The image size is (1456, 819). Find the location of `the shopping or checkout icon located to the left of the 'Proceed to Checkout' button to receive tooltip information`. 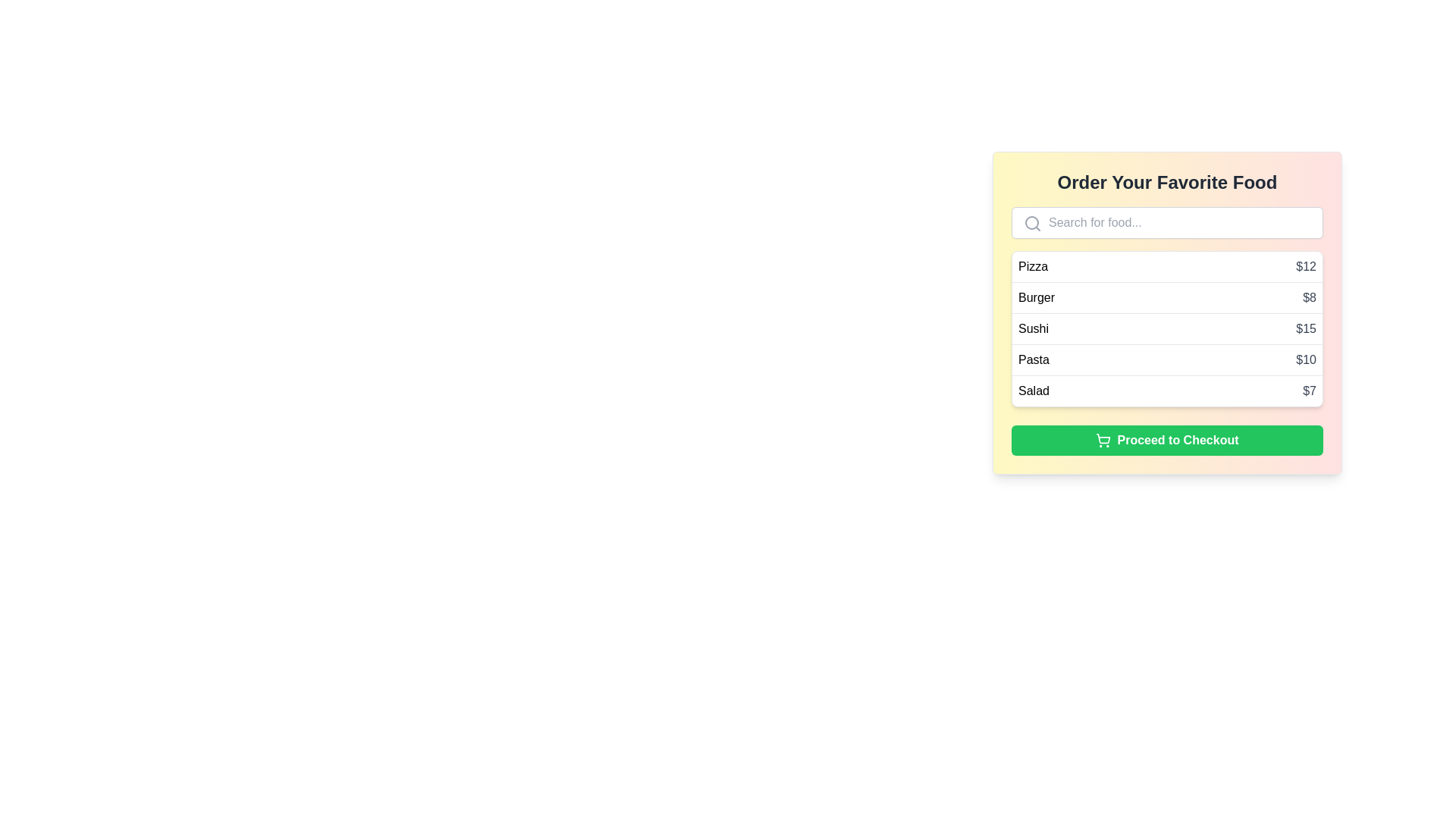

the shopping or checkout icon located to the left of the 'Proceed to Checkout' button to receive tooltip information is located at coordinates (1103, 441).